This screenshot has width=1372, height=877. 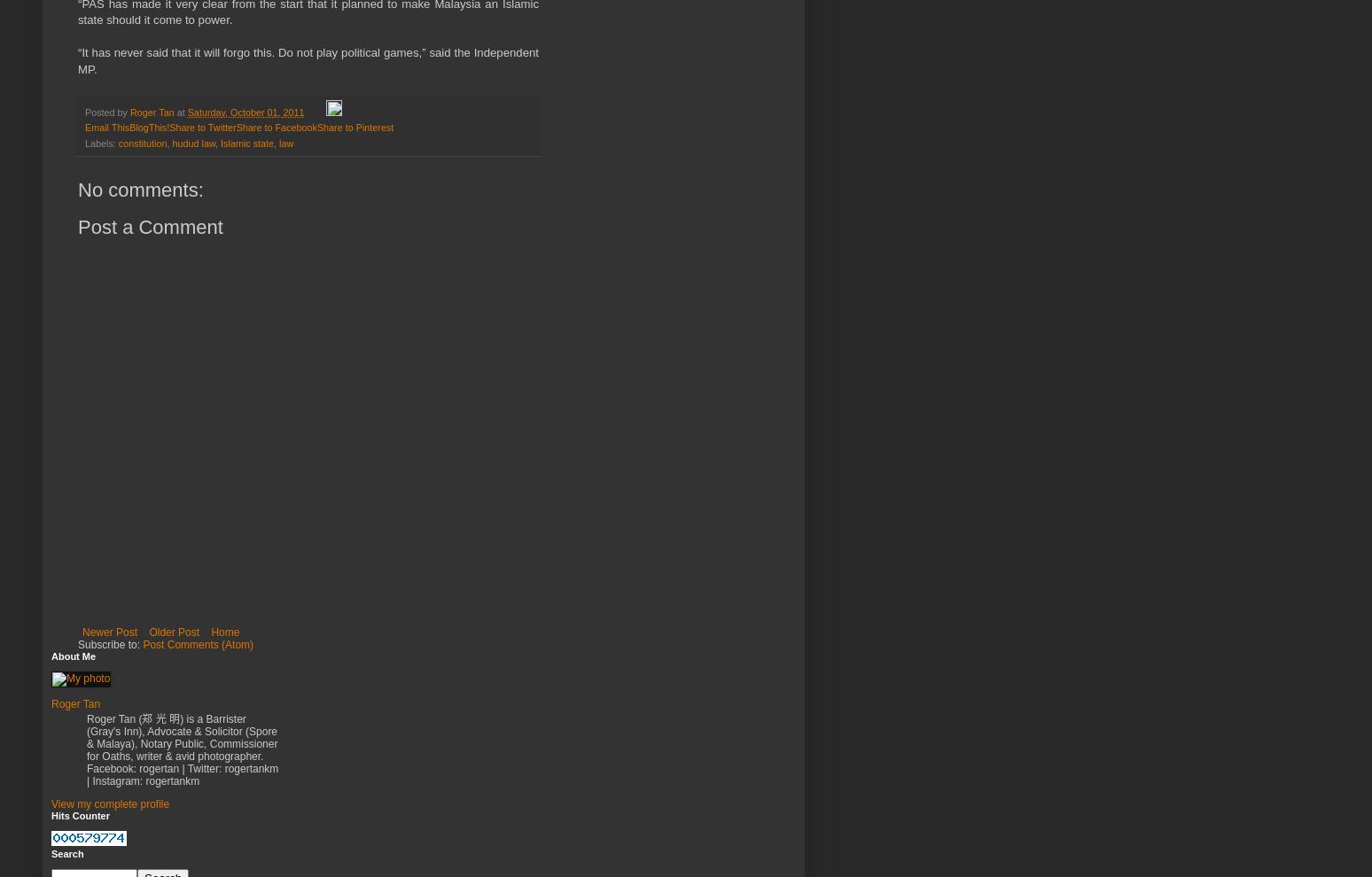 I want to click on 'About Me', so click(x=72, y=656).